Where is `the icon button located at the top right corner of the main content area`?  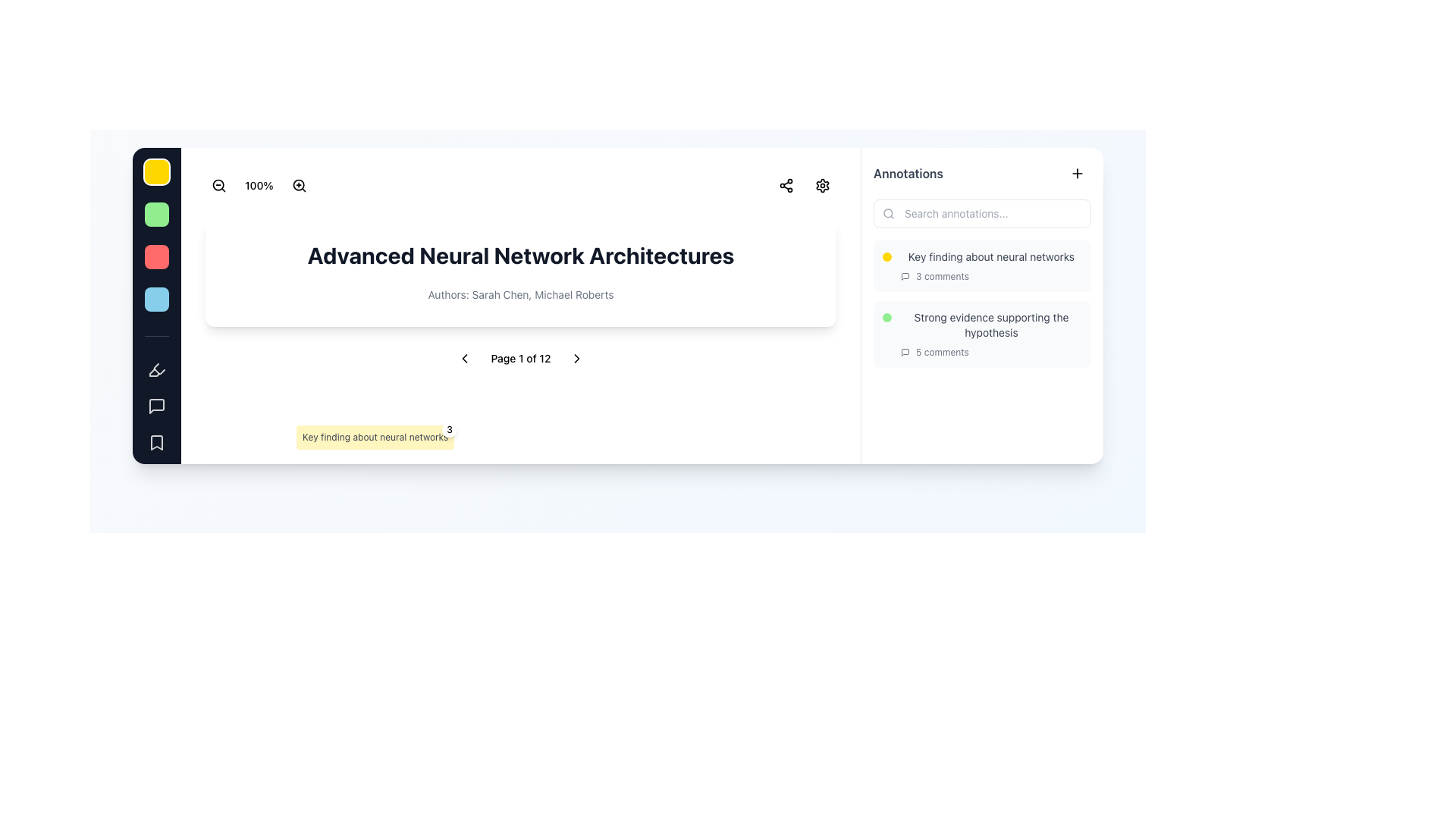 the icon button located at the top right corner of the main content area is located at coordinates (821, 185).